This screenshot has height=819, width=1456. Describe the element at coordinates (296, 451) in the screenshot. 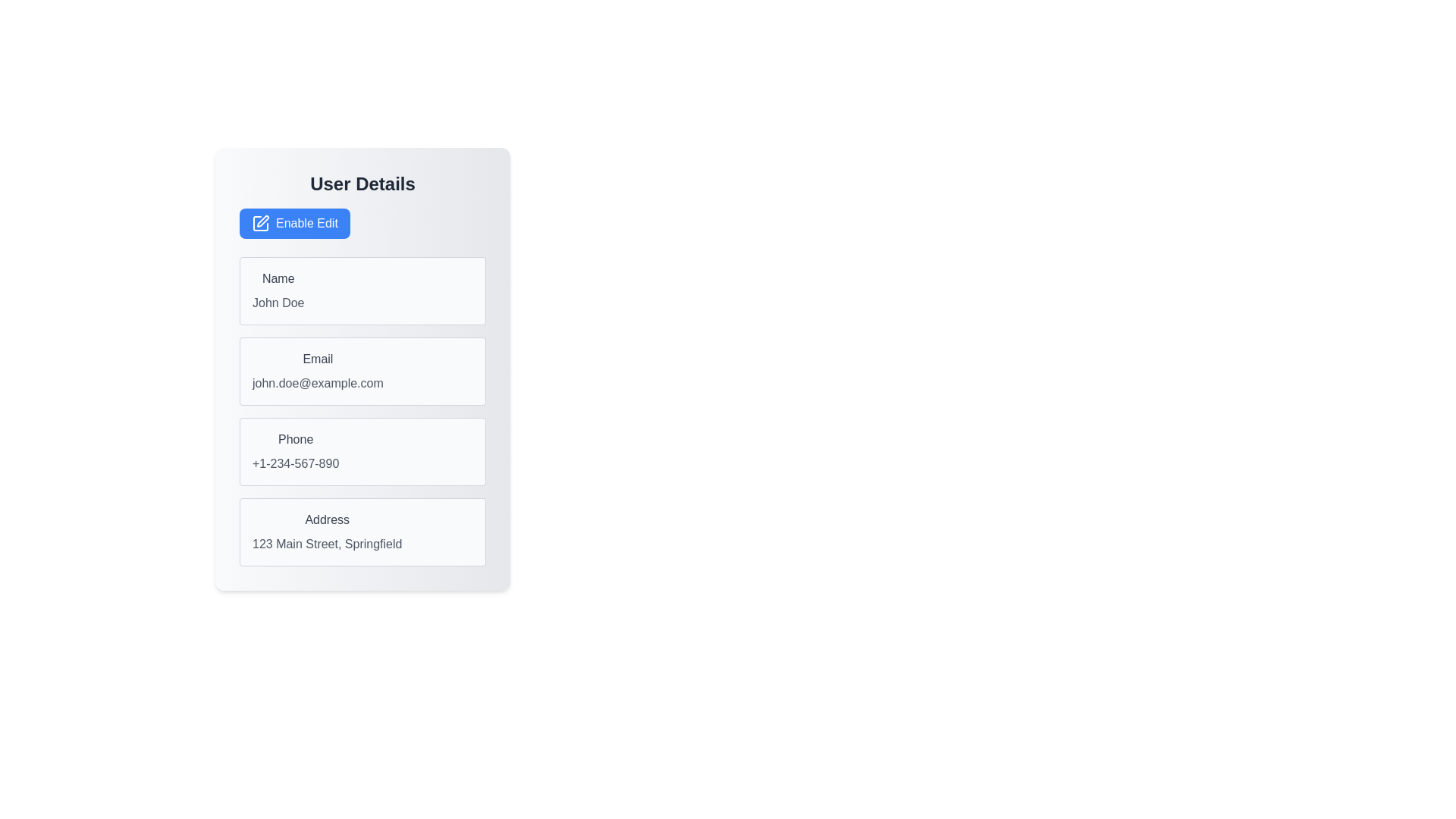

I see `text displayed in the phone label and associated phone number within the bordered, rounded rectangle box in the 'Phone' section of the user profile` at that location.